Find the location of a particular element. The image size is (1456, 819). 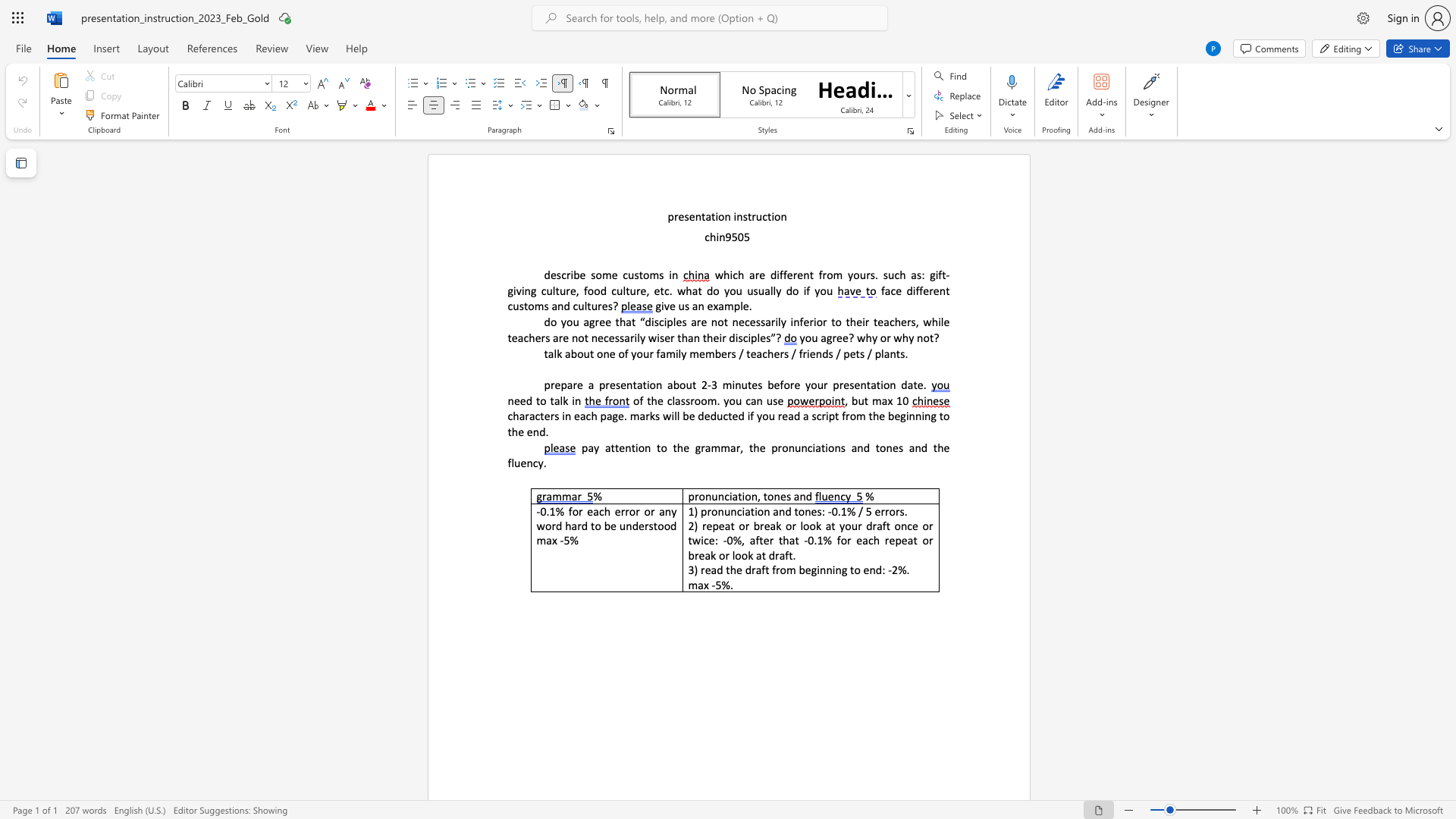

the subset text "ax 1" within the text ", but max 10" is located at coordinates (881, 400).